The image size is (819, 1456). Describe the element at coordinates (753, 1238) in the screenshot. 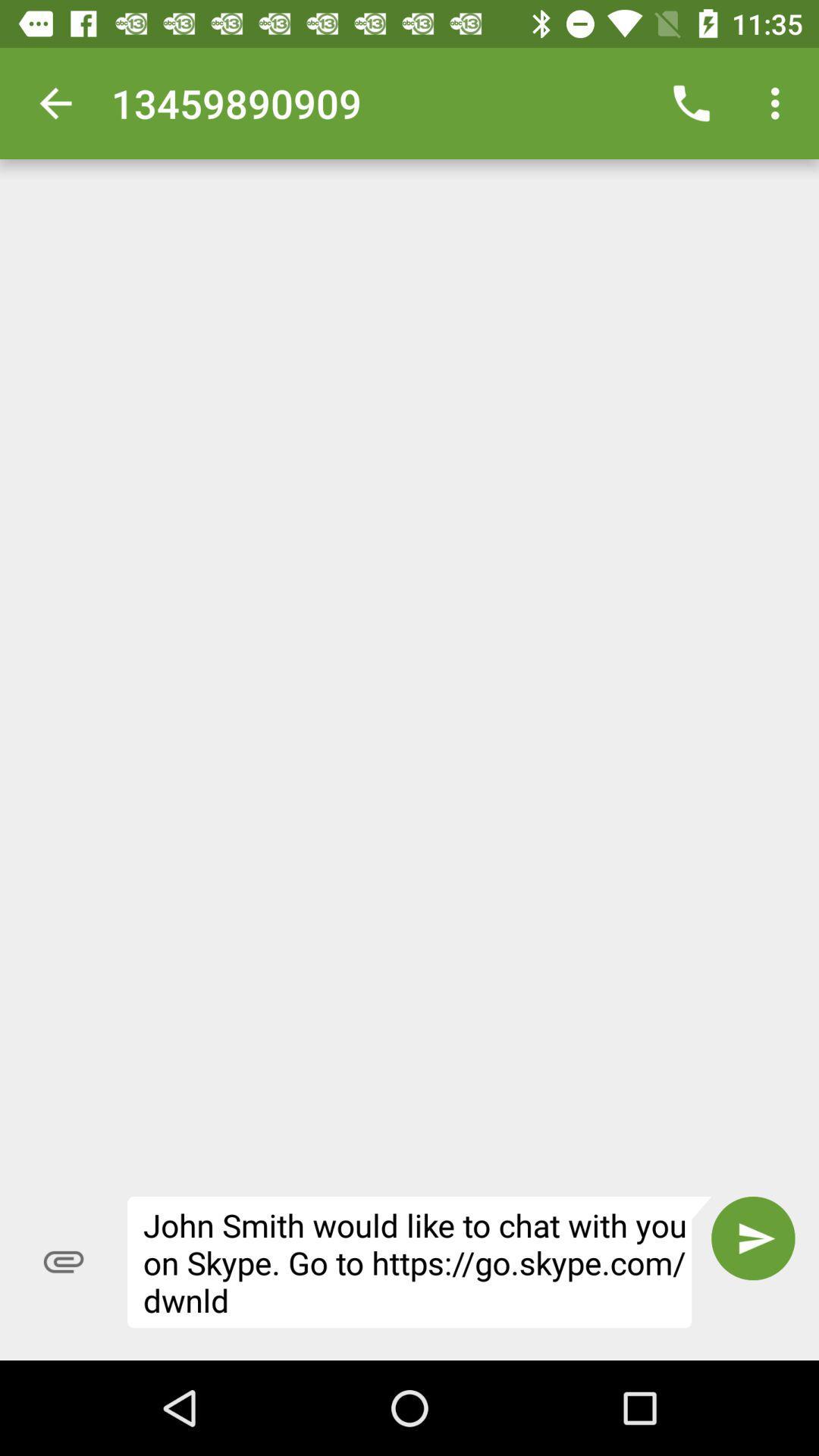

I see `the item to the right of the john smith would` at that location.